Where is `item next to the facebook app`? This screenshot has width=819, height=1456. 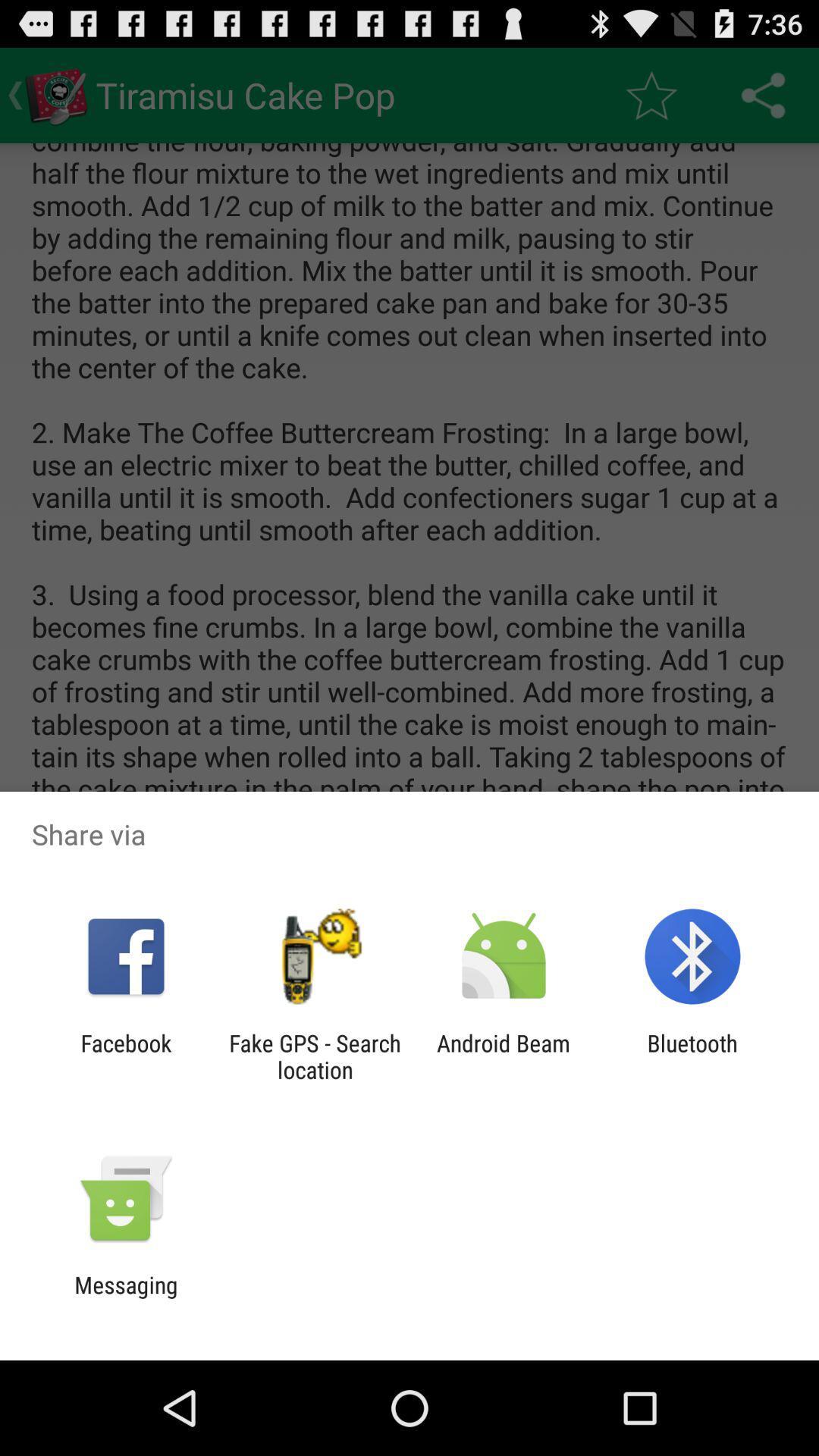
item next to the facebook app is located at coordinates (314, 1056).